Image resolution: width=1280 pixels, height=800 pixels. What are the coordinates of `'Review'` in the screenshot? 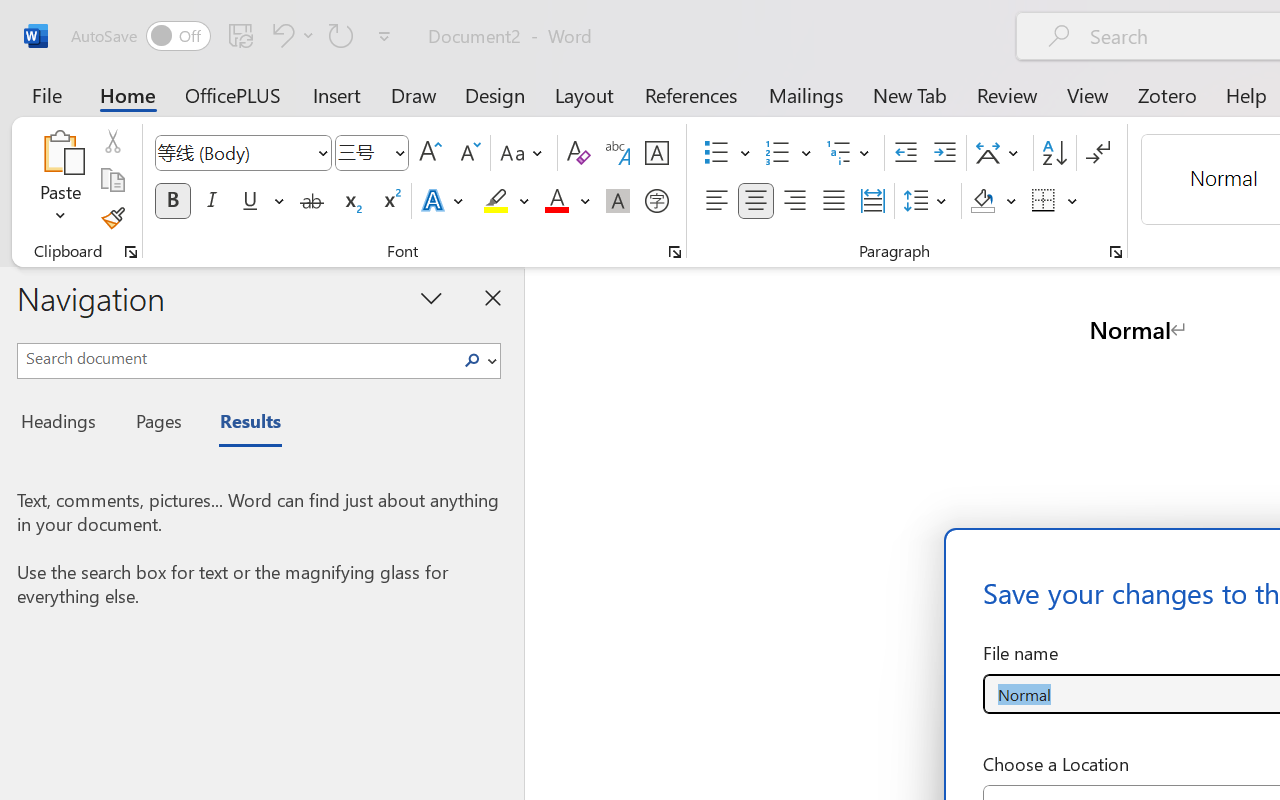 It's located at (1007, 94).